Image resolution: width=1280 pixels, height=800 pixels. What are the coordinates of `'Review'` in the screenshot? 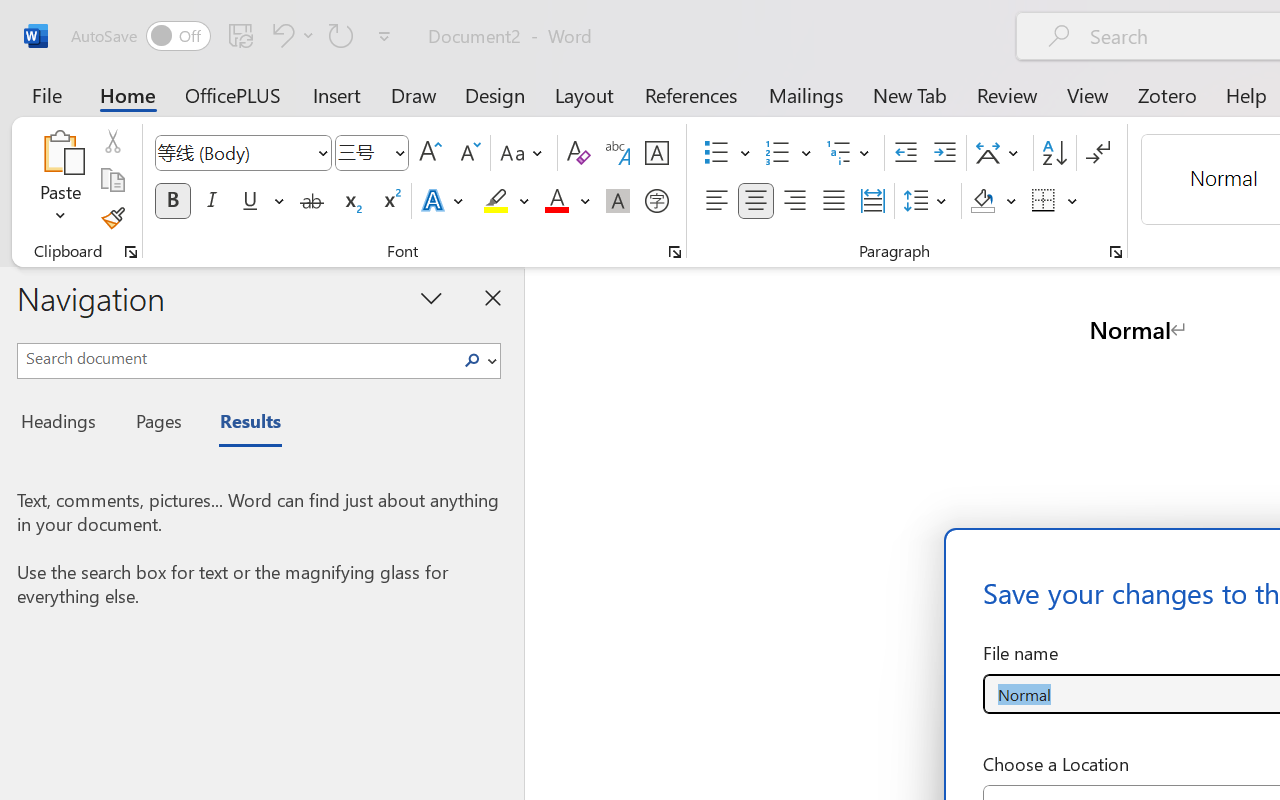 It's located at (1007, 94).